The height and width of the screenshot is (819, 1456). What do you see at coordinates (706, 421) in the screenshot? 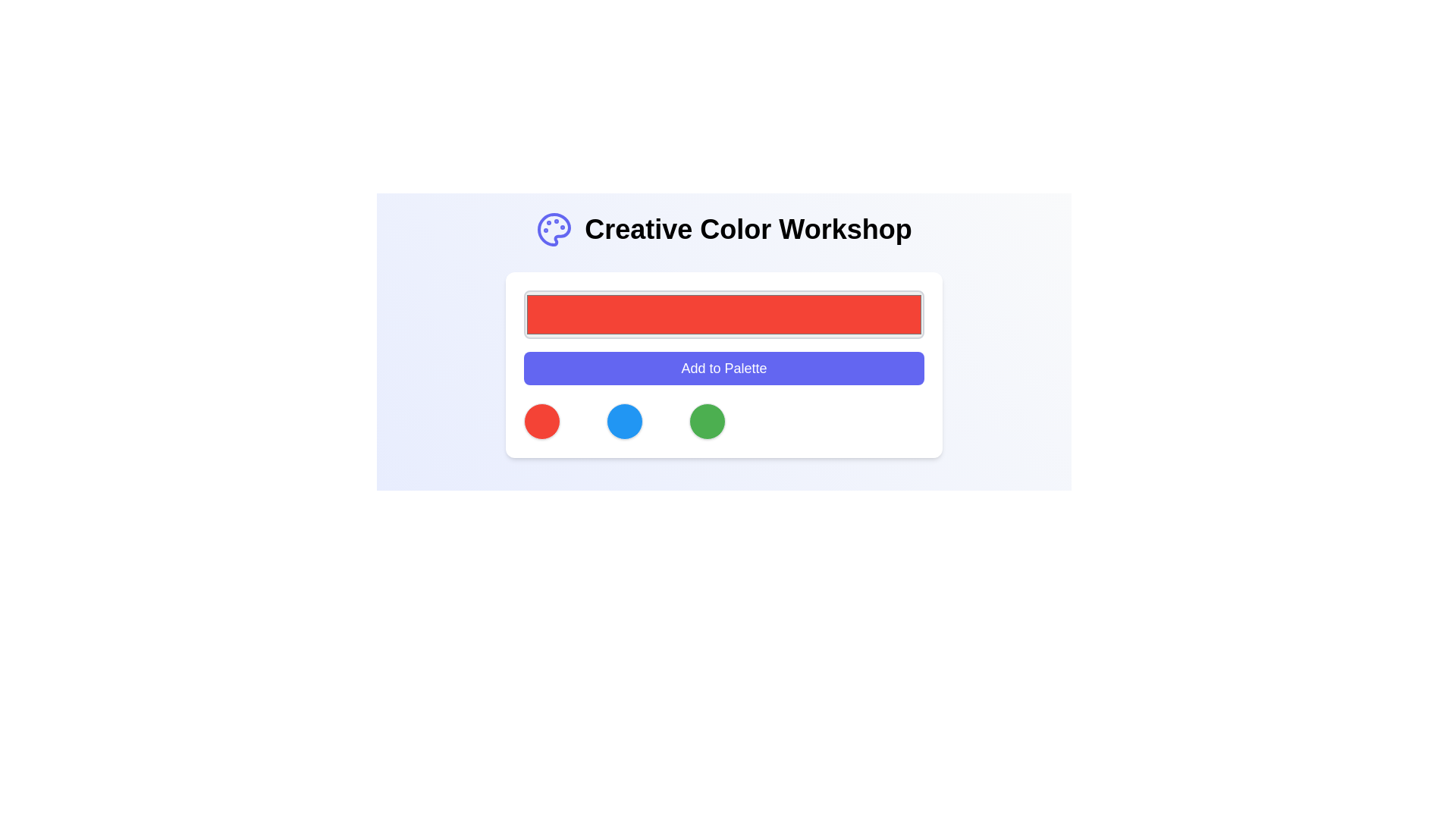
I see `the green color indicator circle, which is the third in a horizontal grouping of three circles located at the bottom-center of the interface` at bounding box center [706, 421].